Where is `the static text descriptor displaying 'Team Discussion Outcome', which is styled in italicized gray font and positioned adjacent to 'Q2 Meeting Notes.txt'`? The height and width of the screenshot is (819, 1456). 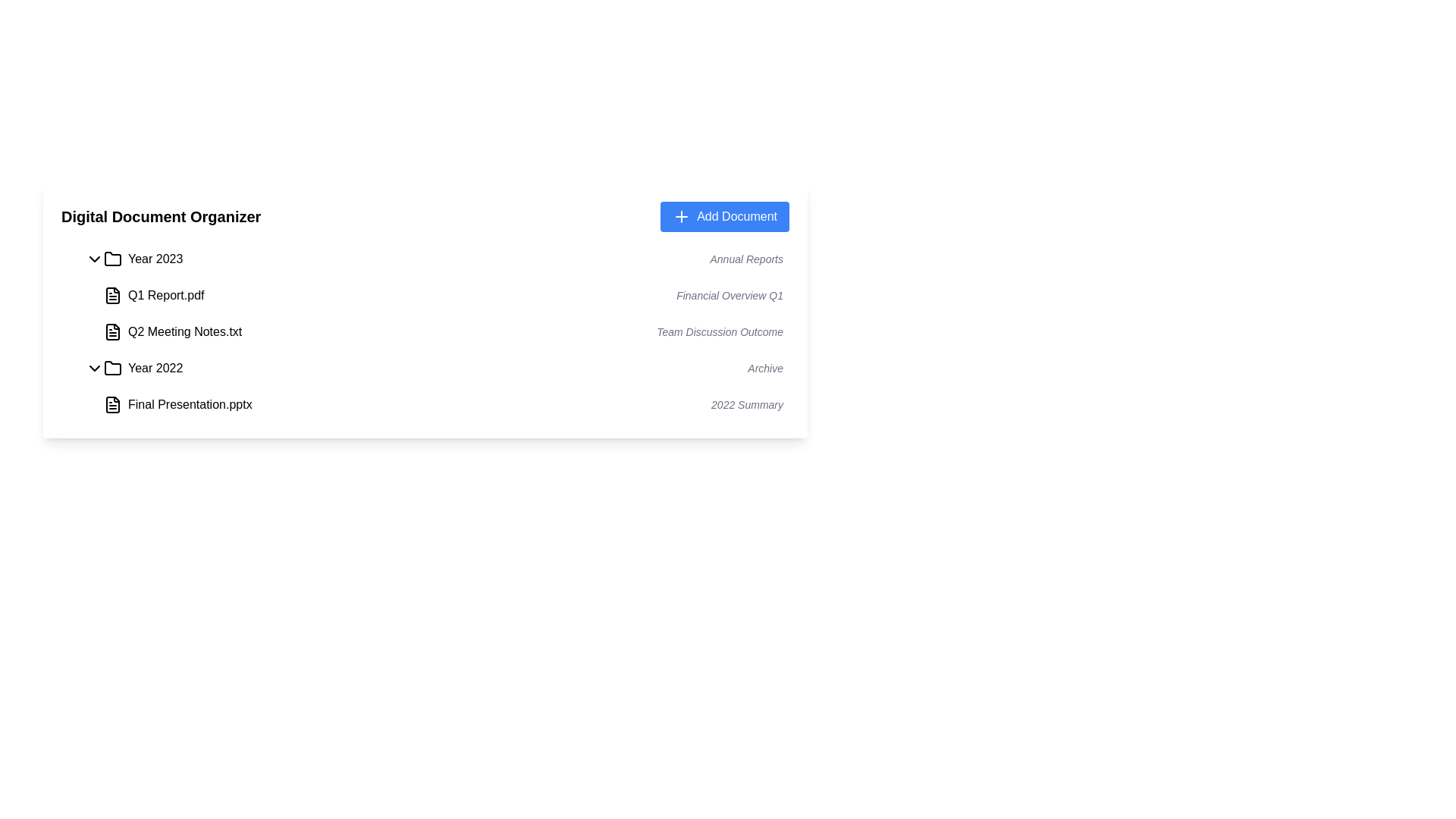
the static text descriptor displaying 'Team Discussion Outcome', which is styled in italicized gray font and positioned adjacent to 'Q2 Meeting Notes.txt' is located at coordinates (719, 331).